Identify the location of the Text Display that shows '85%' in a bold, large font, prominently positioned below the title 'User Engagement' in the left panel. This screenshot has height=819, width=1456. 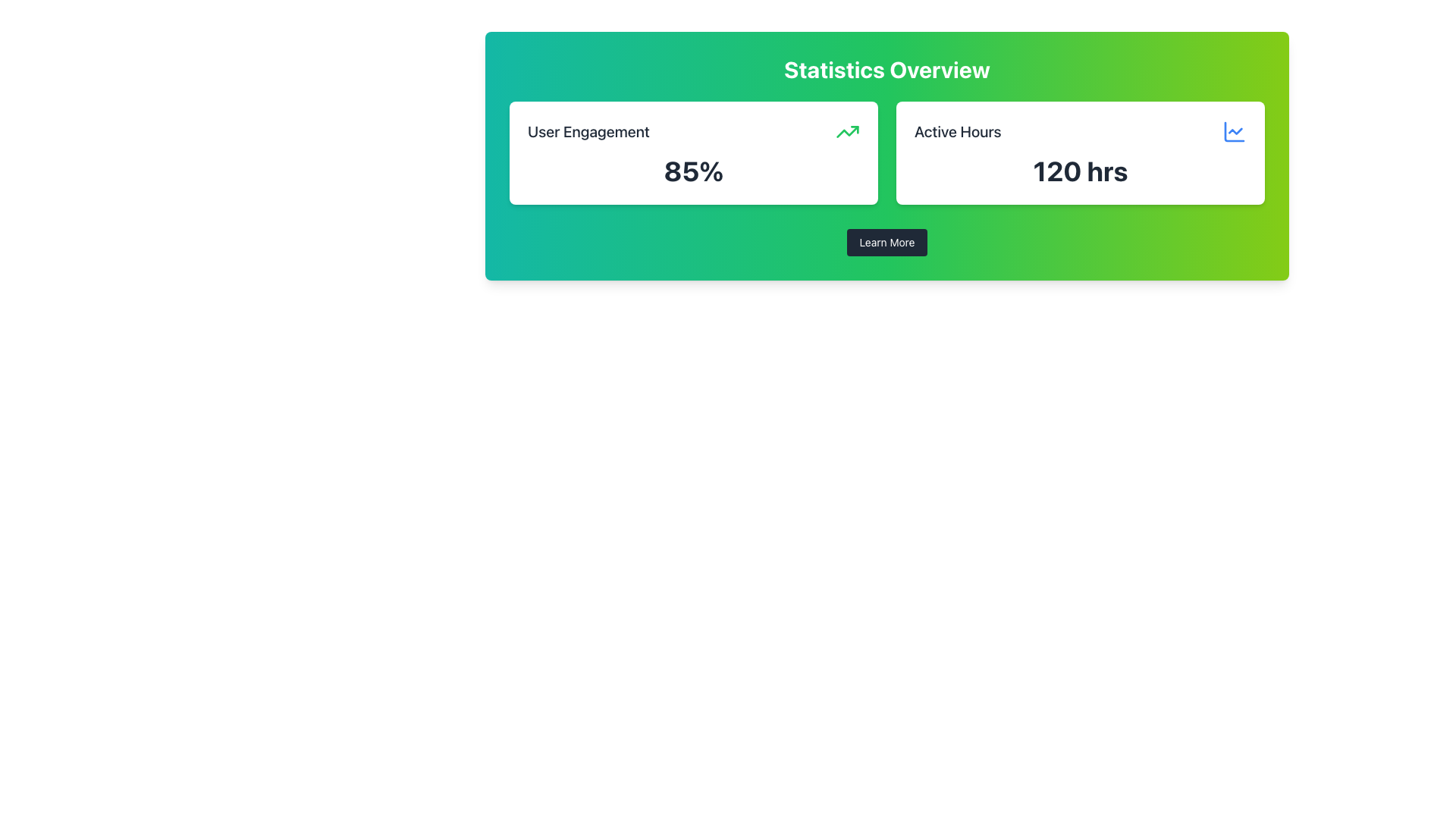
(693, 171).